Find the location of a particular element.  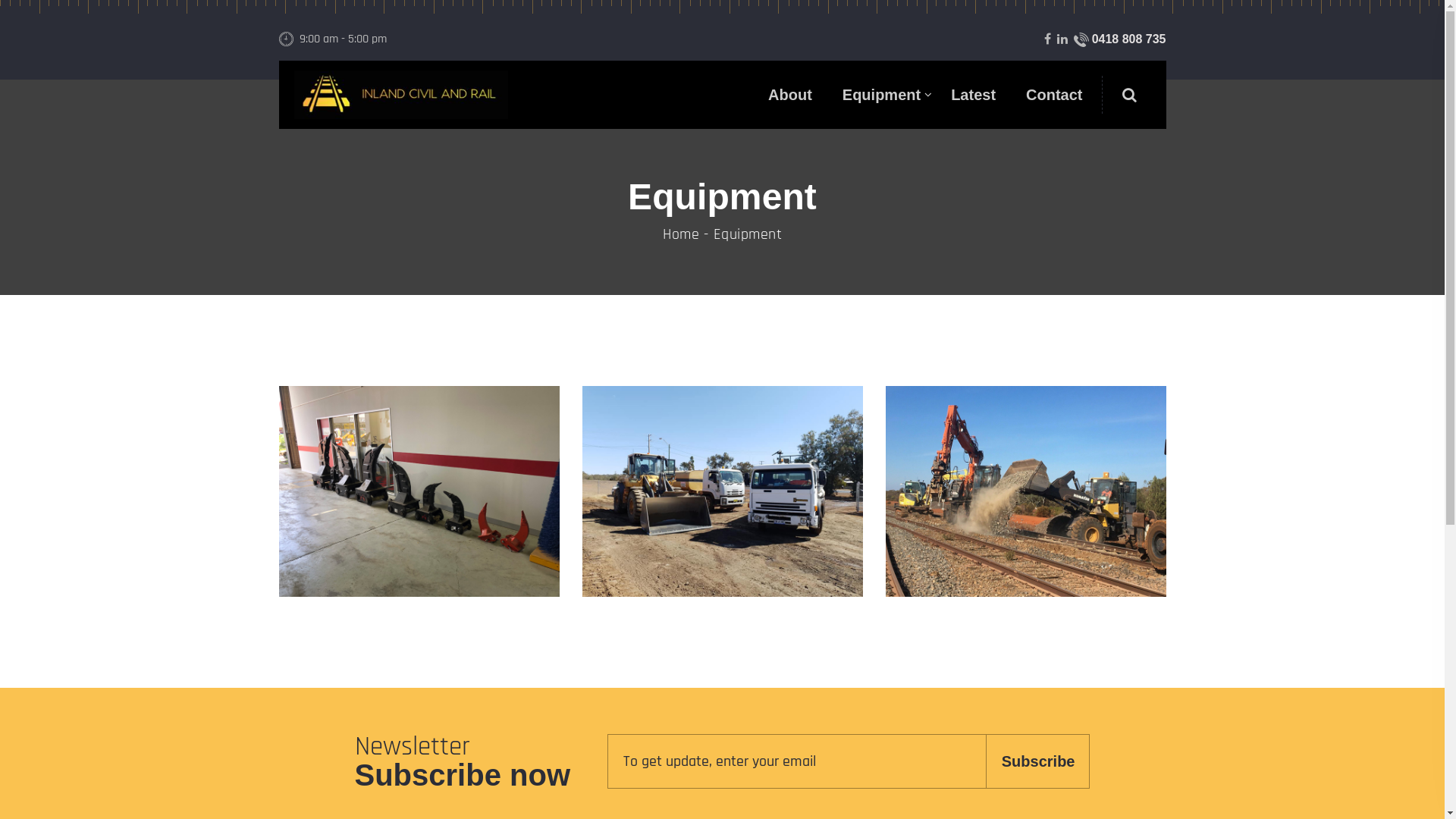

'Equipment' is located at coordinates (881, 94).